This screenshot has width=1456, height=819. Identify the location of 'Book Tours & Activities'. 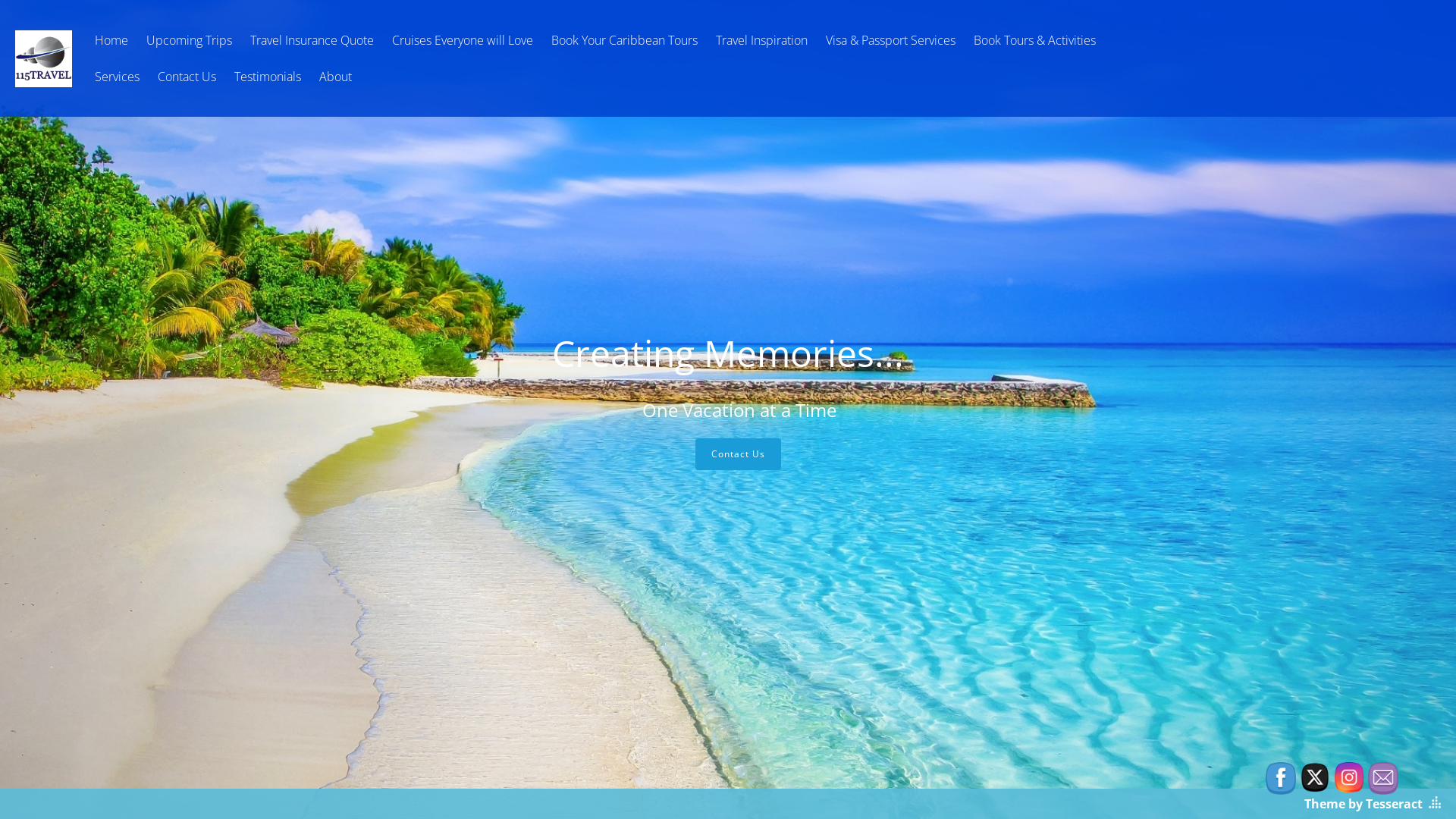
(1034, 39).